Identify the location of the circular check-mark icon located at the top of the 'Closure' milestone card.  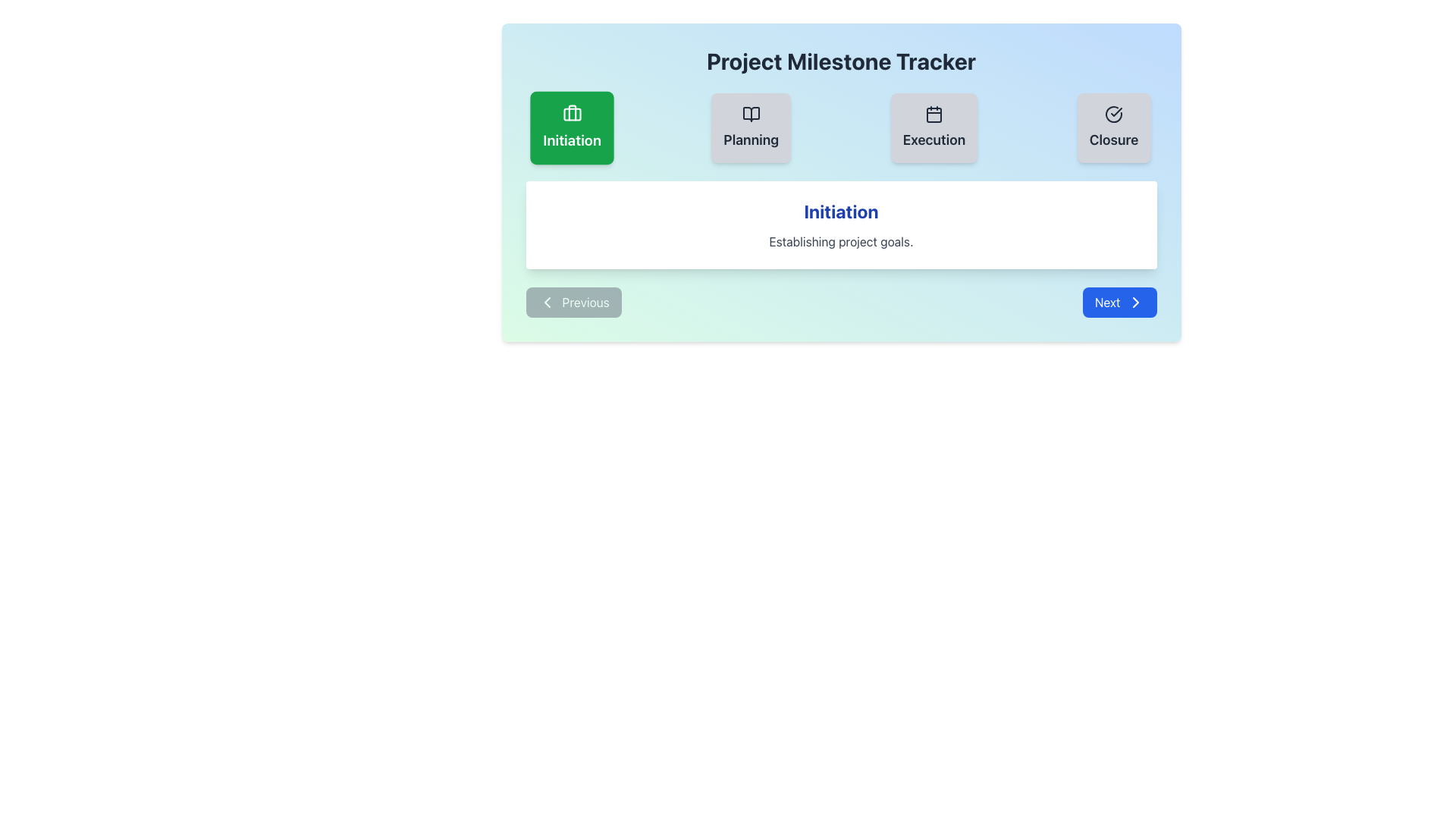
(1114, 113).